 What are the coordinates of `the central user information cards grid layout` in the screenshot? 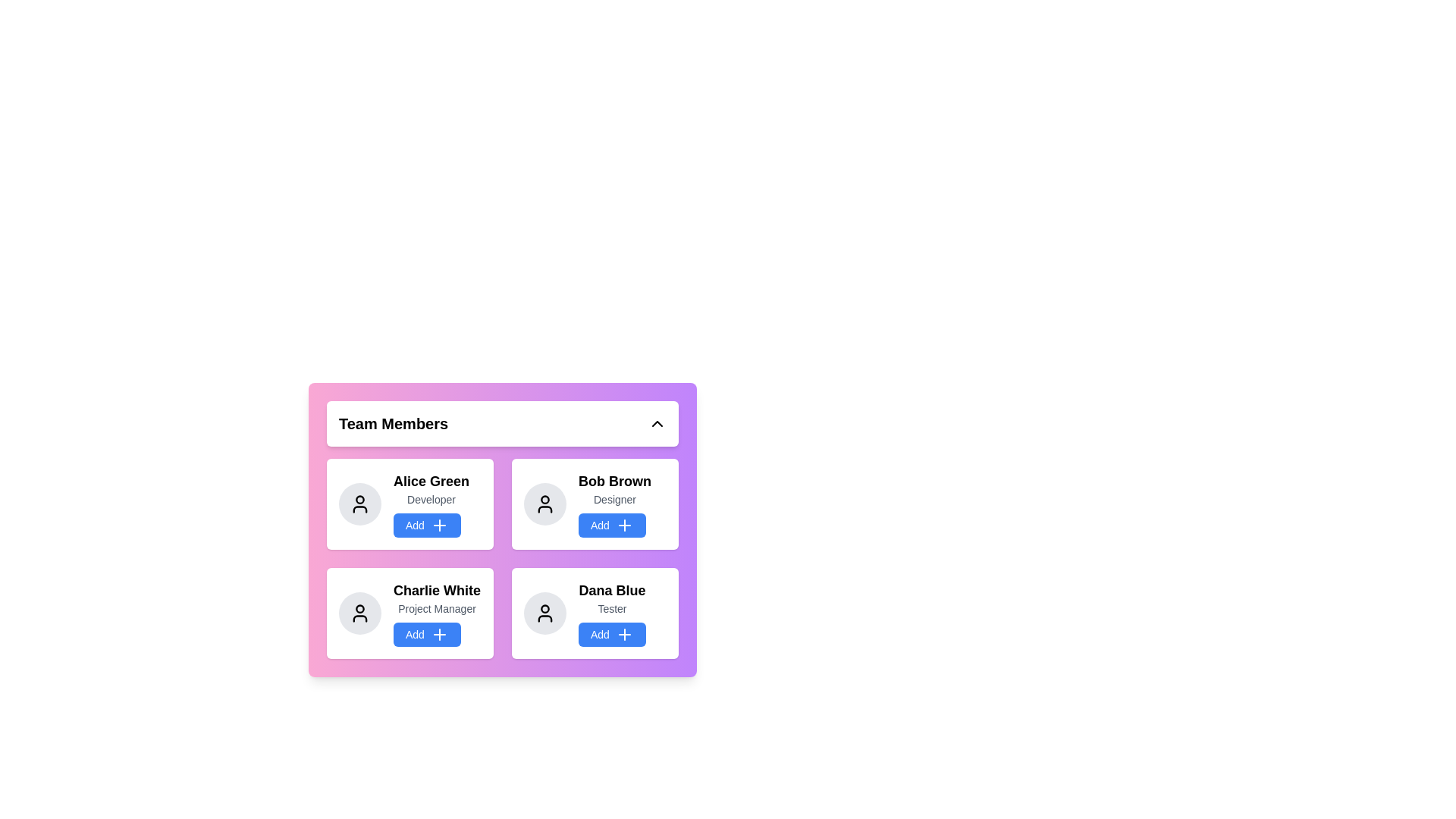 It's located at (502, 529).